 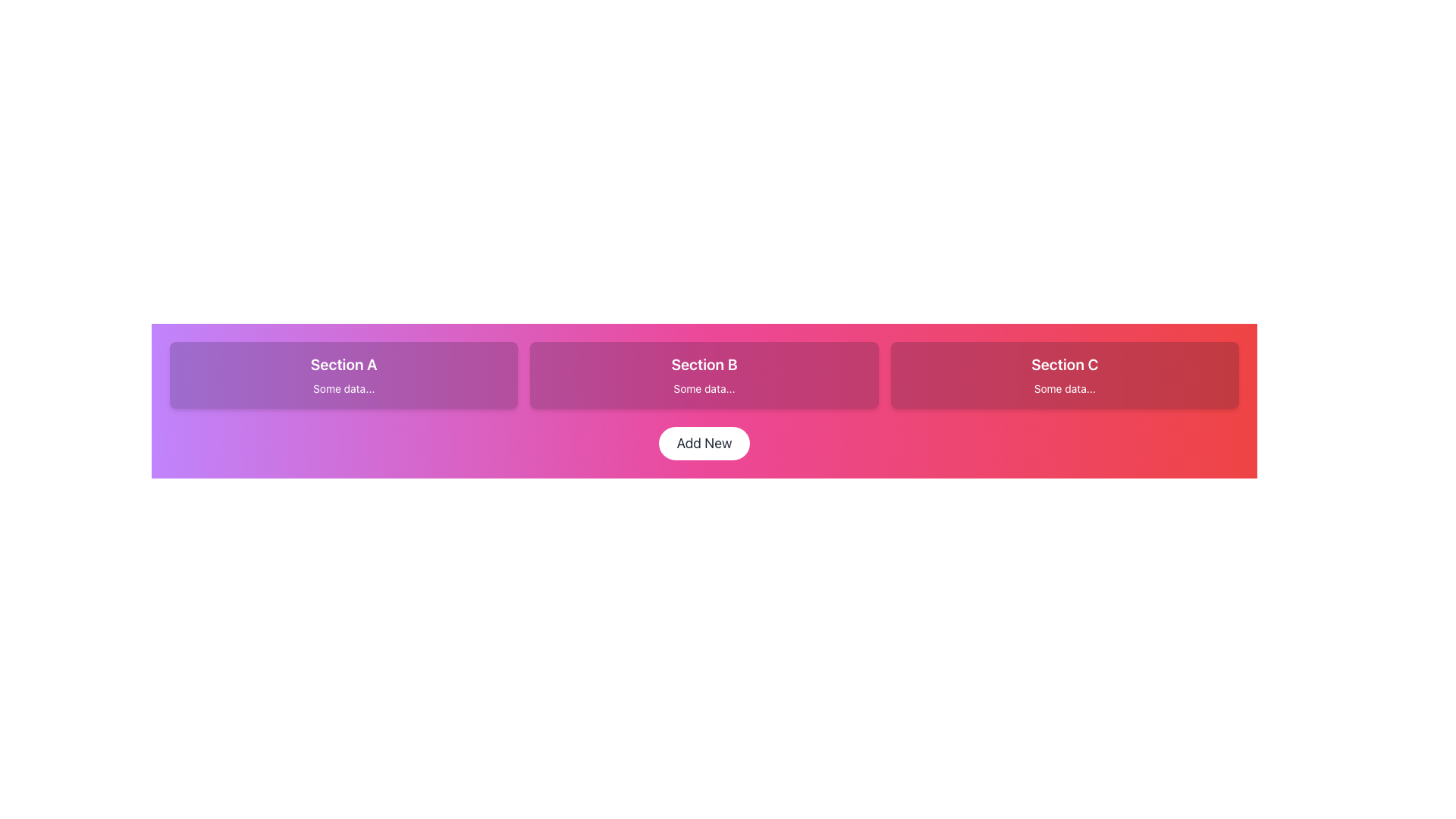 I want to click on text of the small label displaying 'Some data...' located below the heading 'Section C' in the third card from the left, so click(x=1064, y=388).